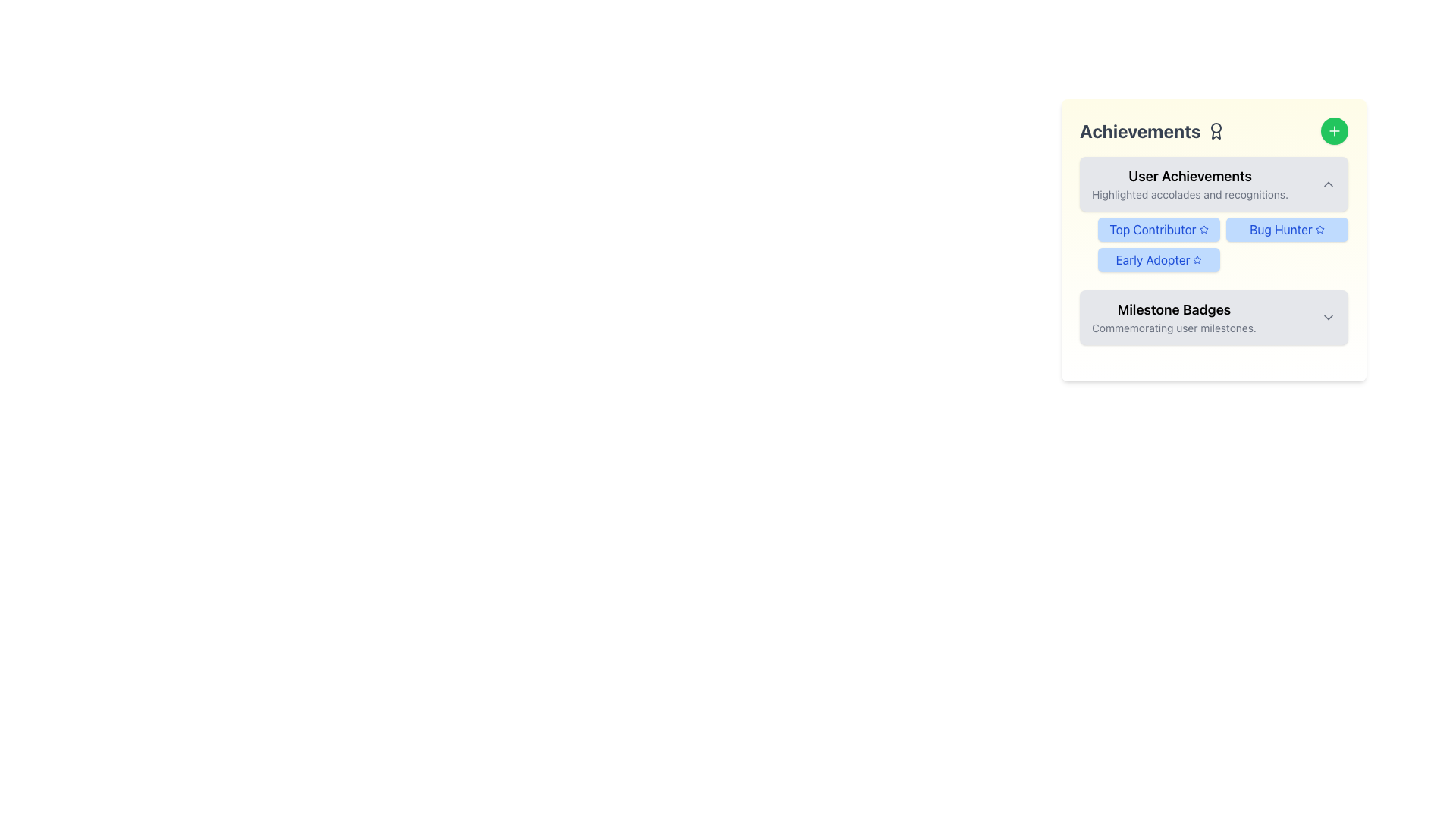  What do you see at coordinates (1318, 228) in the screenshot?
I see `the blue outlined star-shaped icon in the 'Bug Hunter' badge located in the 'User Achievements' section of the achievements panel if it is interactive` at bounding box center [1318, 228].